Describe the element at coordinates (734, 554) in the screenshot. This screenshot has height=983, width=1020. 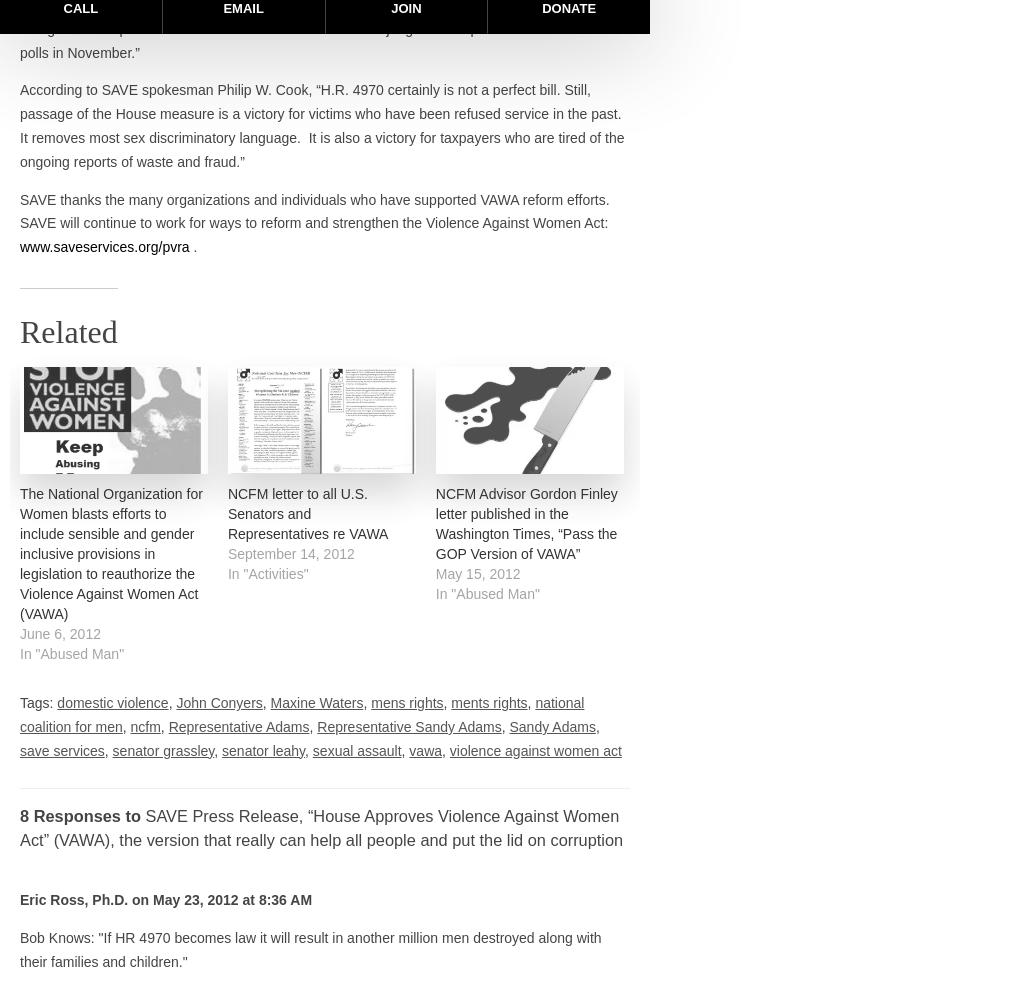
I see `'Reproductive Rights'` at that location.